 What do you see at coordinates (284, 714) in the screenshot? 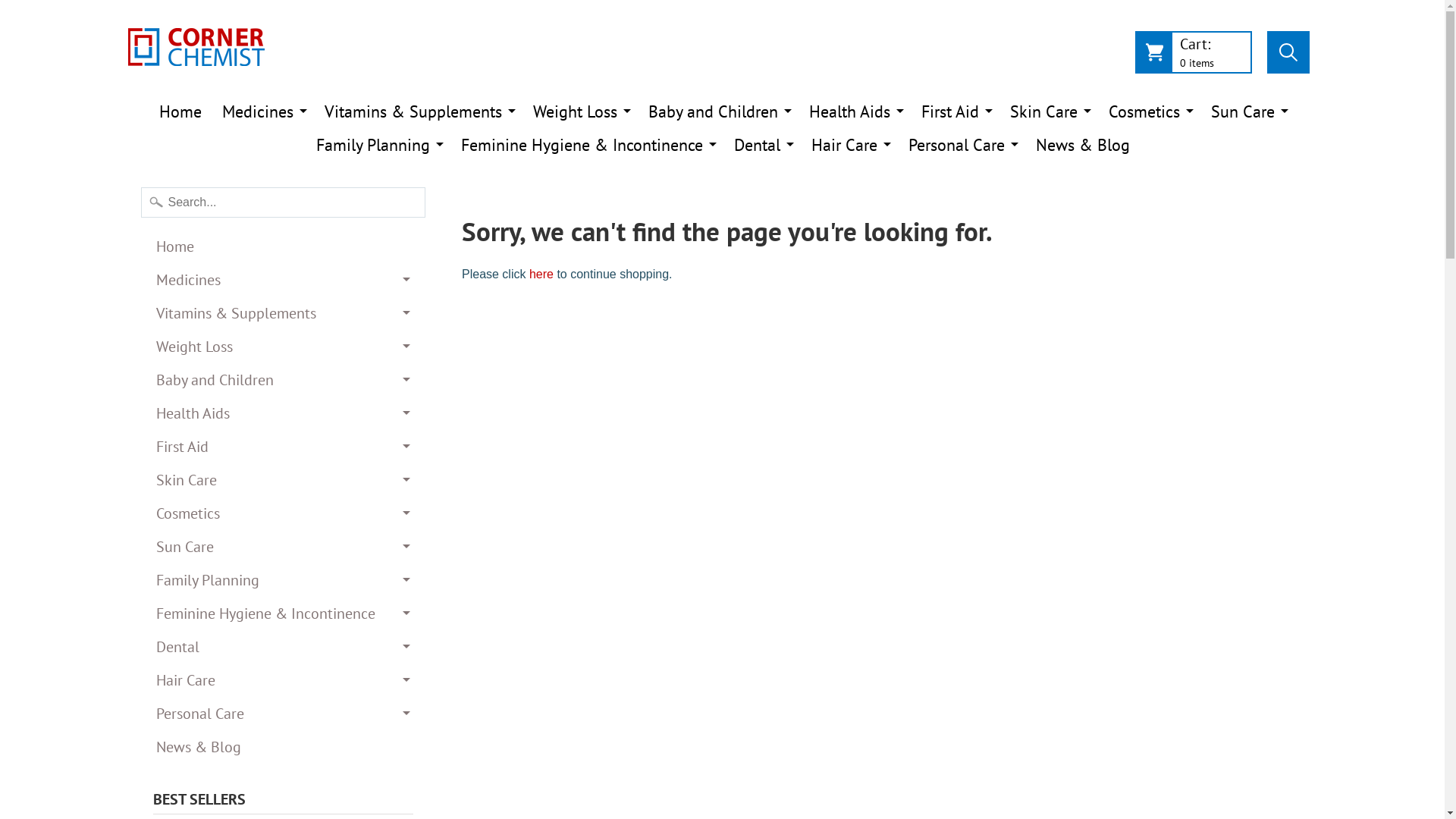
I see `'Personal Care'` at bounding box center [284, 714].